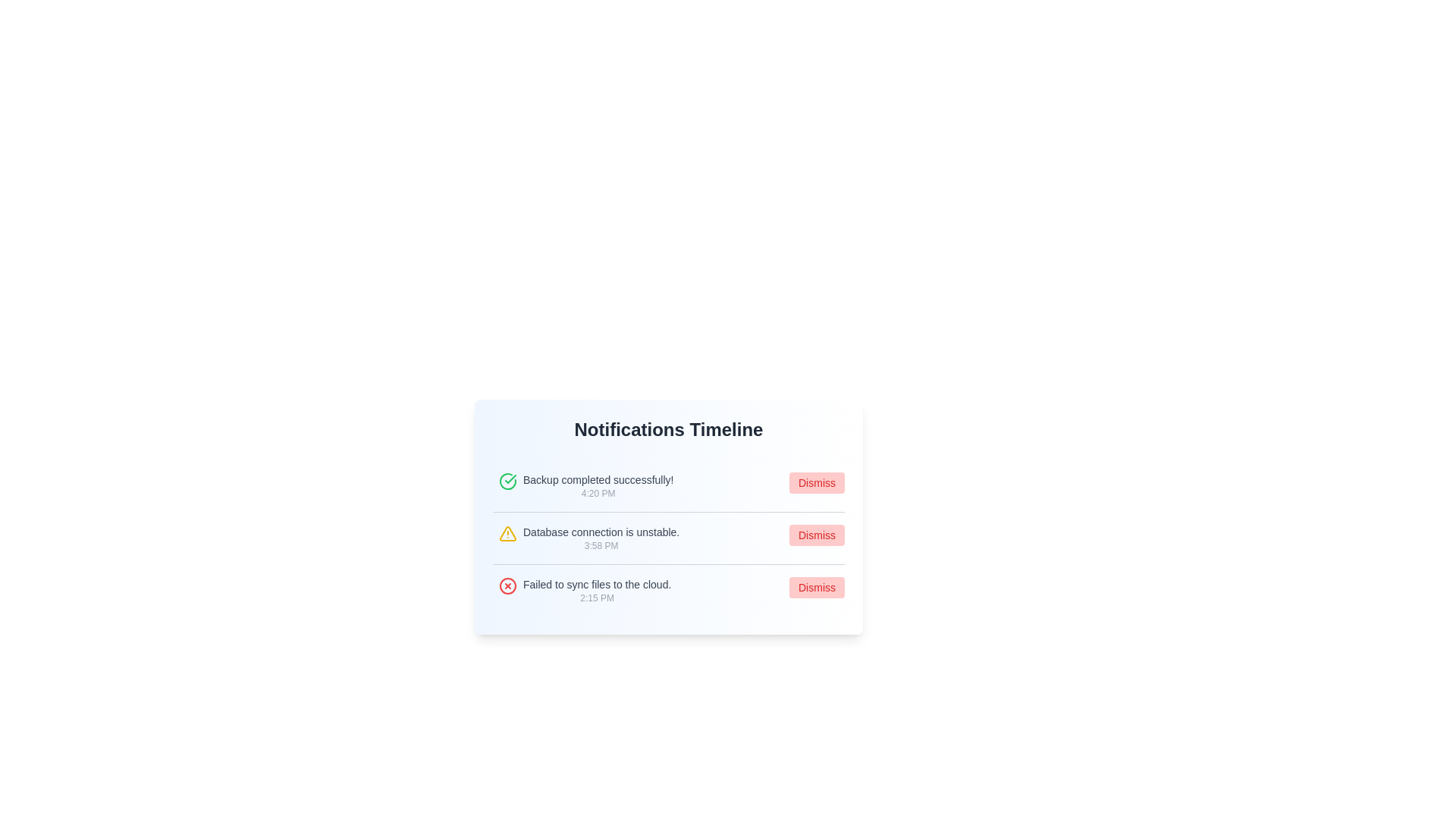 This screenshot has width=1456, height=819. Describe the element at coordinates (668, 430) in the screenshot. I see `the static text header that serves as the title for the notifications section, located at the top of the light blue and white gradient box` at that location.